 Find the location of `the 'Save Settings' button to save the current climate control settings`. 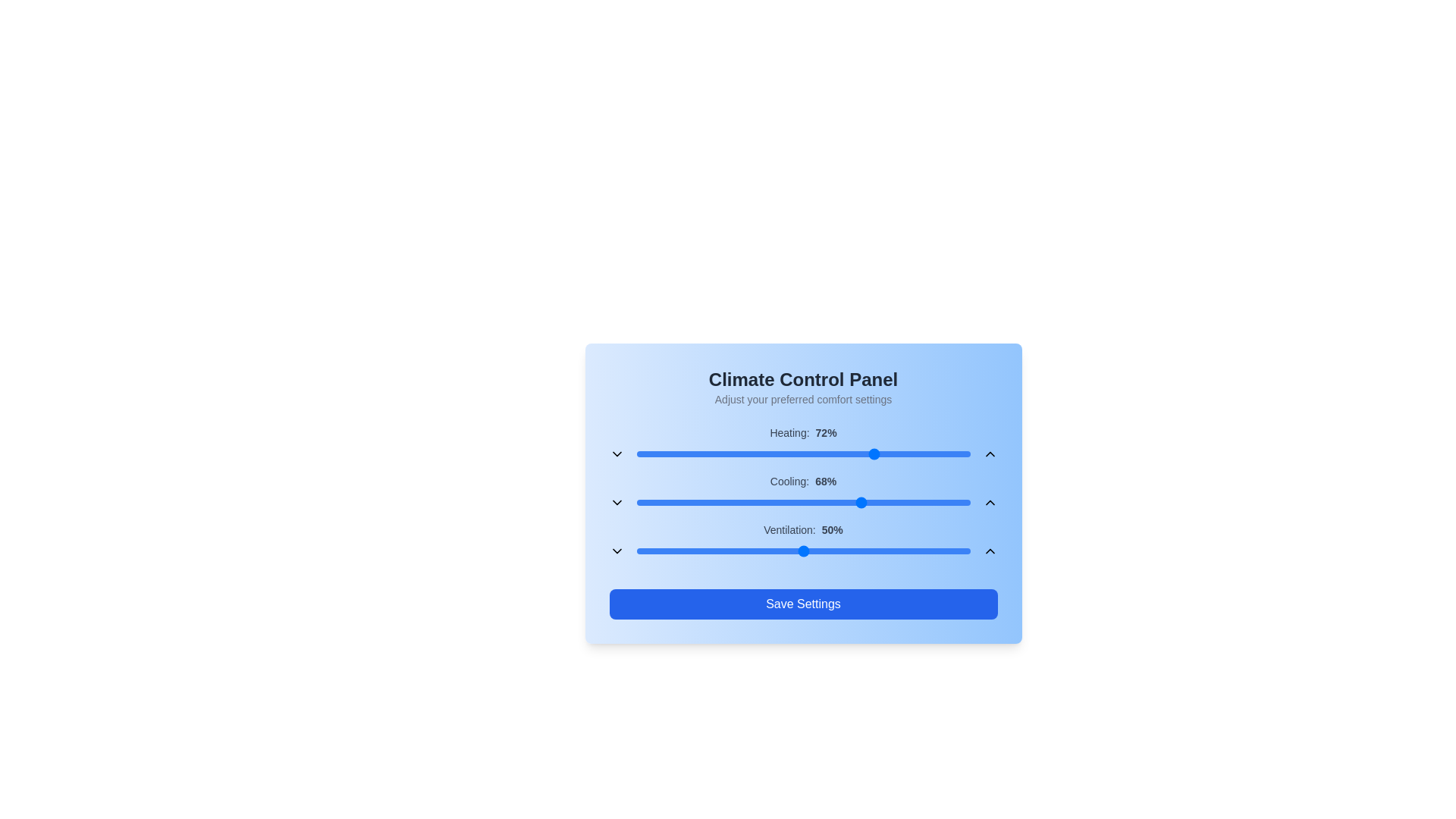

the 'Save Settings' button to save the current climate control settings is located at coordinates (802, 604).